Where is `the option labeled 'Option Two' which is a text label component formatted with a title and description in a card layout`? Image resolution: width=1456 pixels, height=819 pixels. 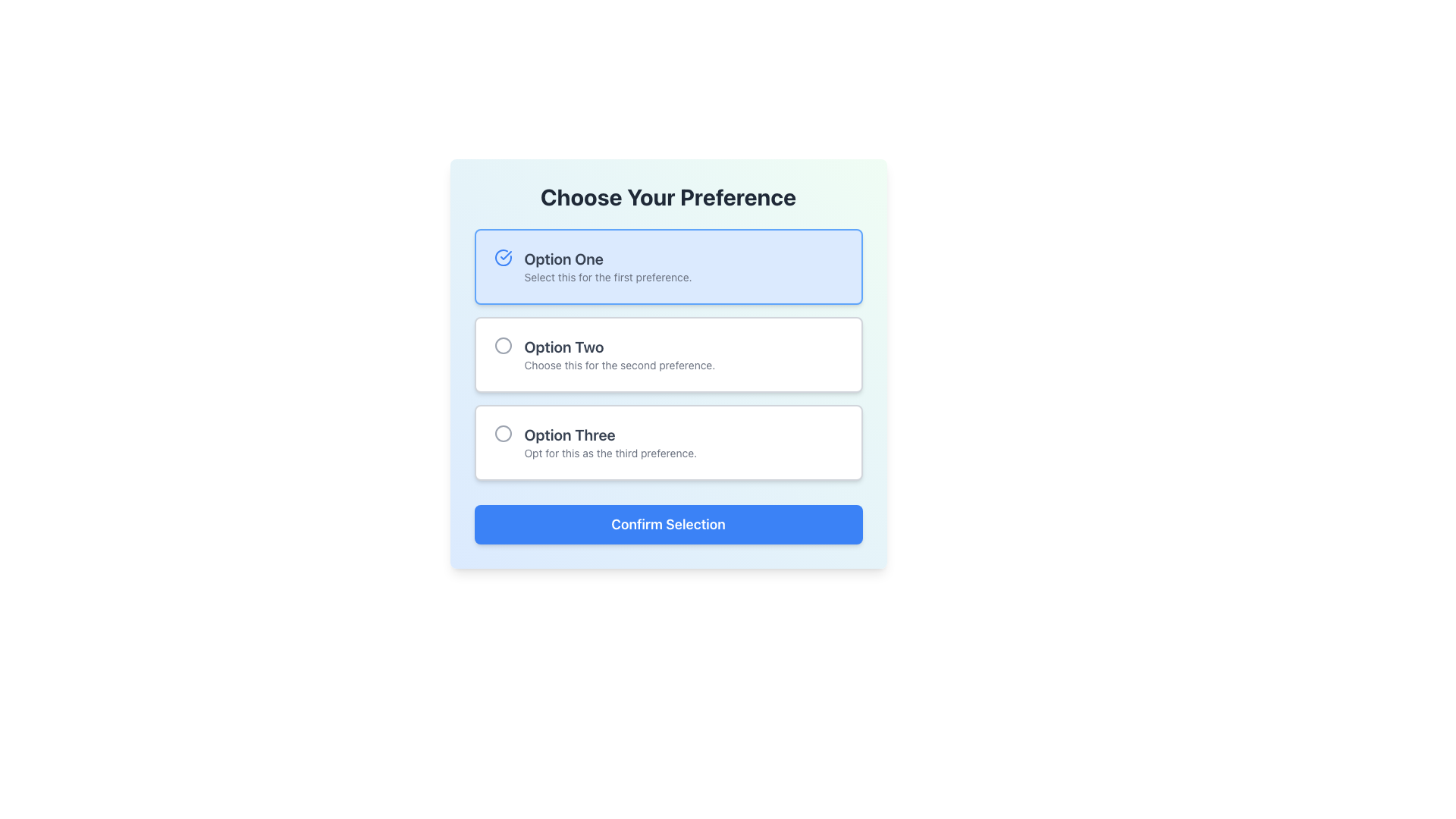
the option labeled 'Option Two' which is a text label component formatted with a title and description in a card layout is located at coordinates (620, 354).